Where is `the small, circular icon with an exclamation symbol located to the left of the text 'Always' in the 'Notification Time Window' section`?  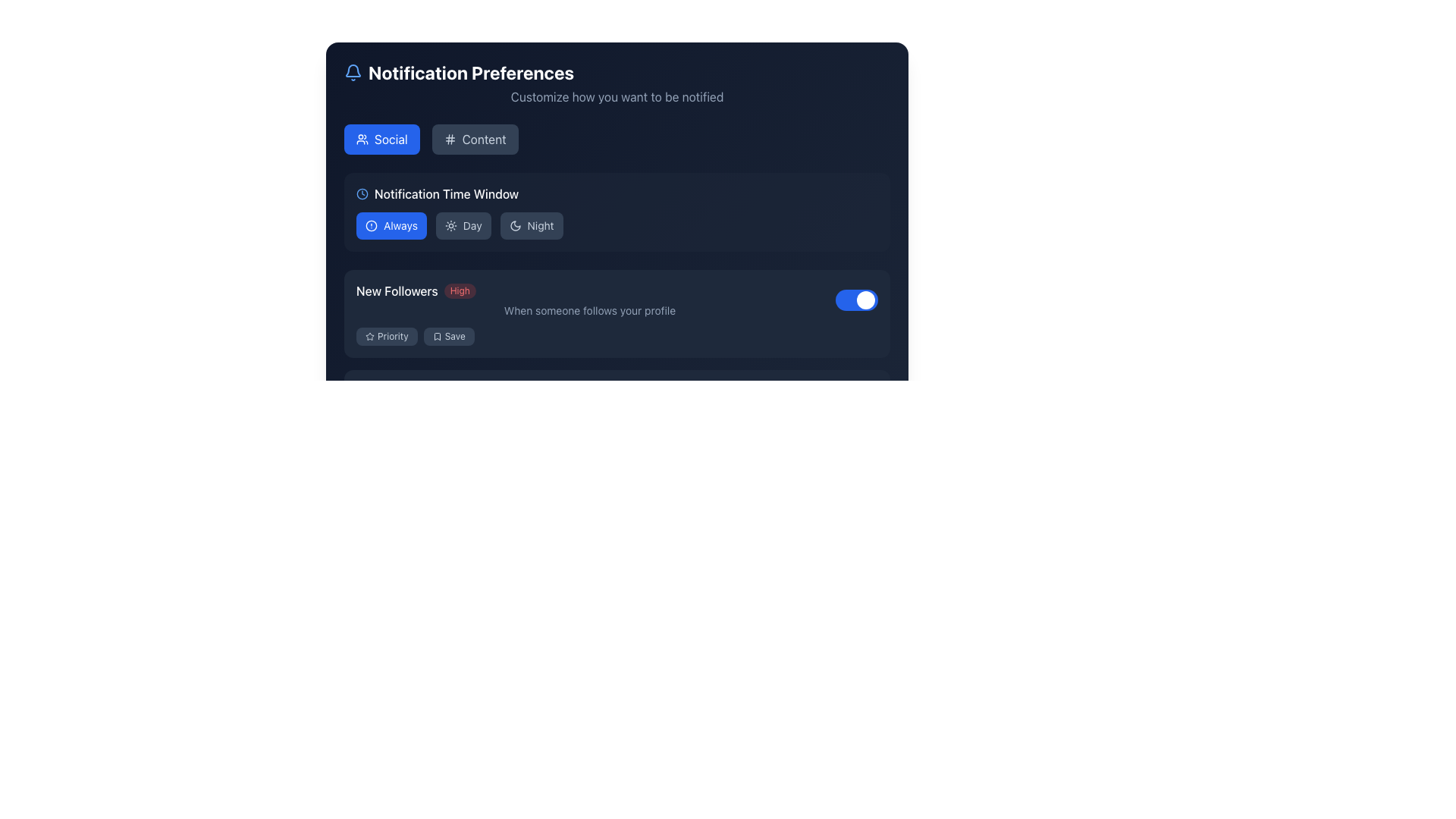 the small, circular icon with an exclamation symbol located to the left of the text 'Always' in the 'Notification Time Window' section is located at coordinates (371, 225).